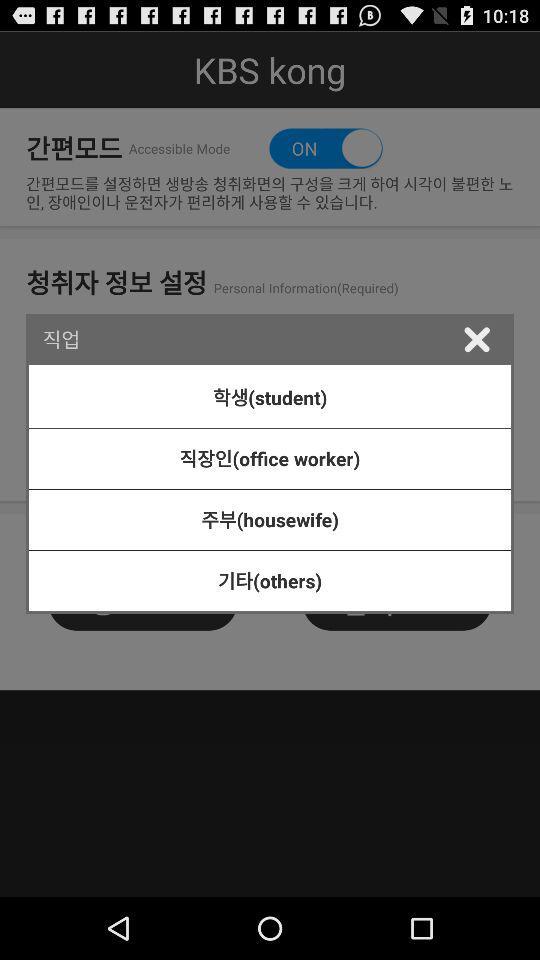 The height and width of the screenshot is (960, 540). What do you see at coordinates (475, 362) in the screenshot?
I see `the close icon` at bounding box center [475, 362].